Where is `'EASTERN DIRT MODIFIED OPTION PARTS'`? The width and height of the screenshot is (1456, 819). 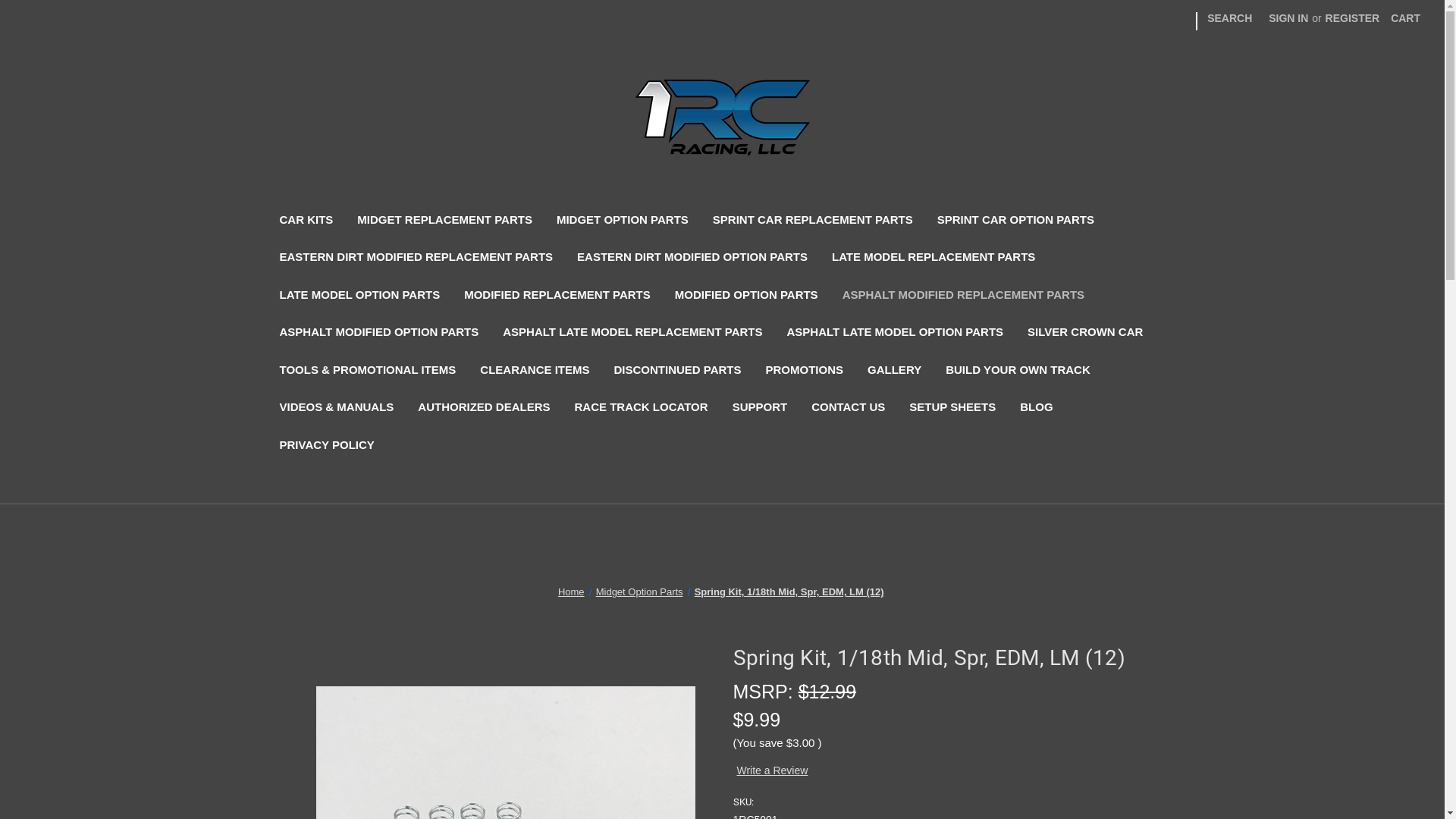 'EASTERN DIRT MODIFIED OPTION PARTS' is located at coordinates (691, 258).